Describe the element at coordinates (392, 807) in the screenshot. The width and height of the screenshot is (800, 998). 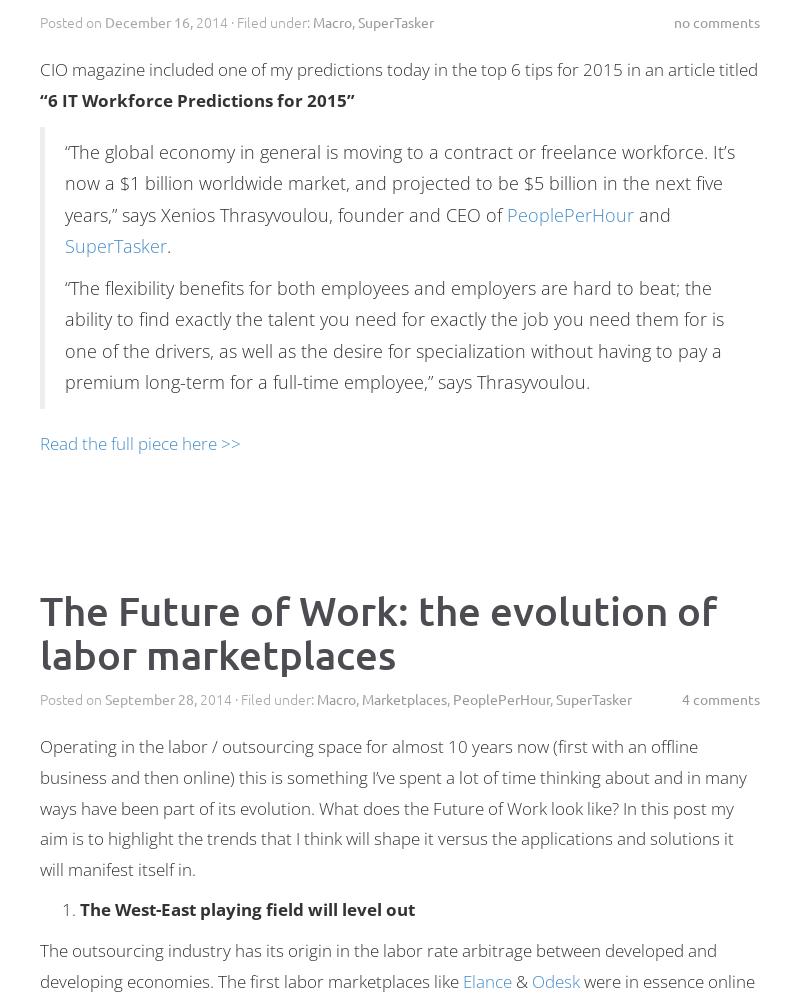
I see `'Operating in the labor / outsourcing space for almost 10 years now (first with an offline business and then online) this is something I’ve spent a lot of time thinking about and in many ways have been part of its evolution. What does the Future of Work look like? In this post my aim is to highlight the trends that I think will shape it versus the applications and solutions it will manifest itself in.'` at that location.